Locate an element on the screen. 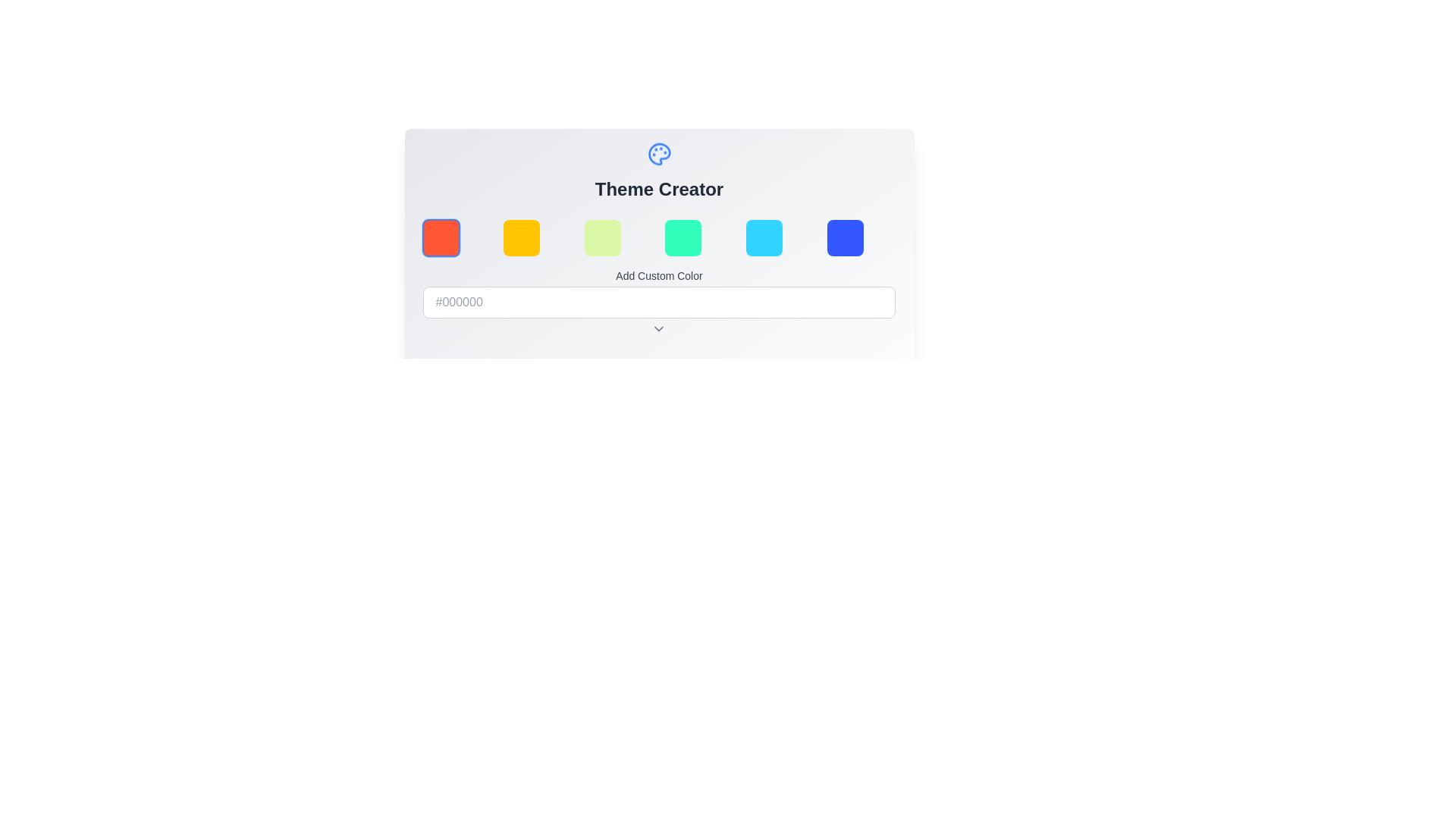 The height and width of the screenshot is (819, 1456). the bright red color option block with rounded corners, which is the first in a row of six color blocks is located at coordinates (440, 237).